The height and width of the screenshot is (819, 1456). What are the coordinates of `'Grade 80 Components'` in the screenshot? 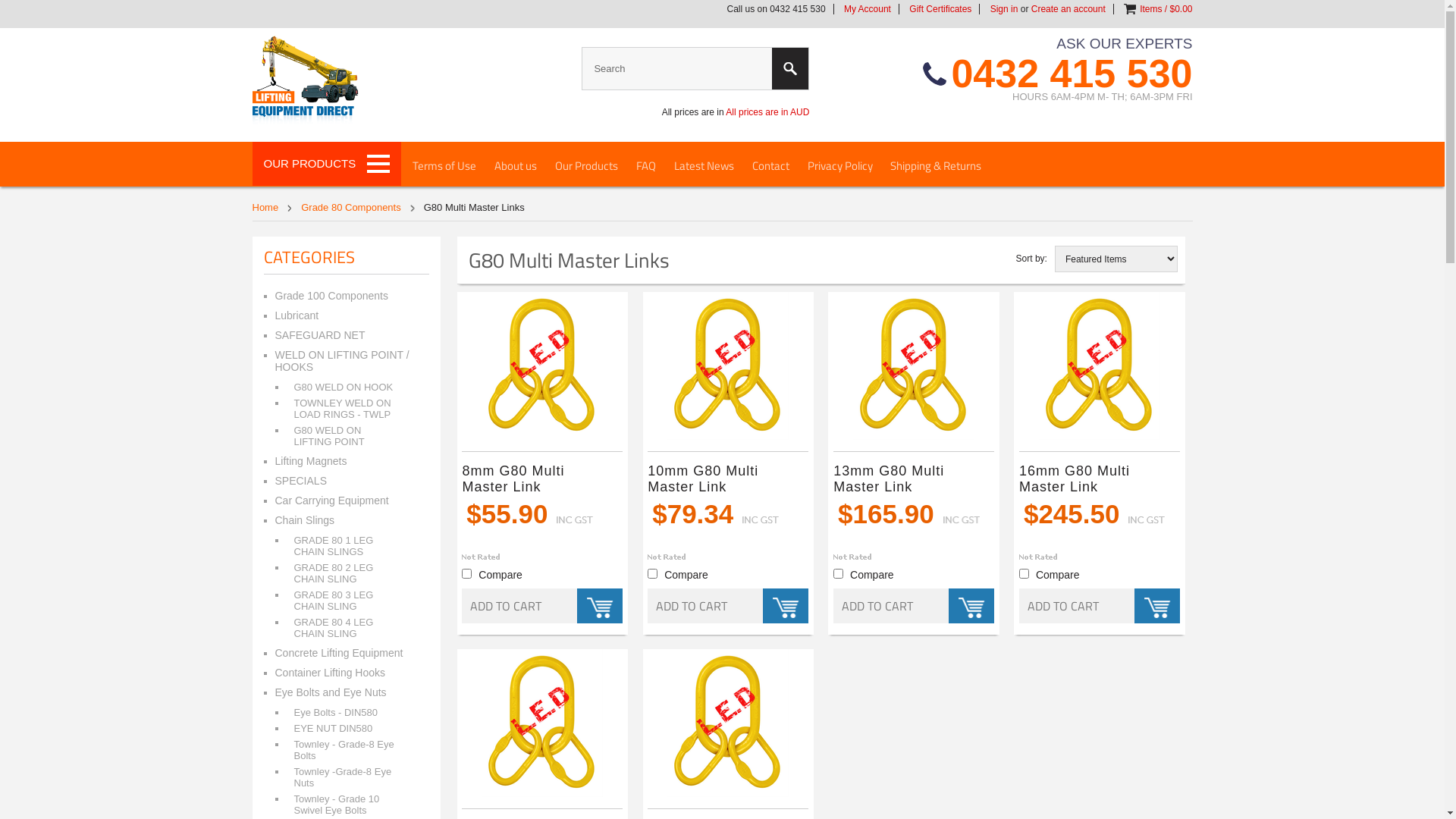 It's located at (356, 207).